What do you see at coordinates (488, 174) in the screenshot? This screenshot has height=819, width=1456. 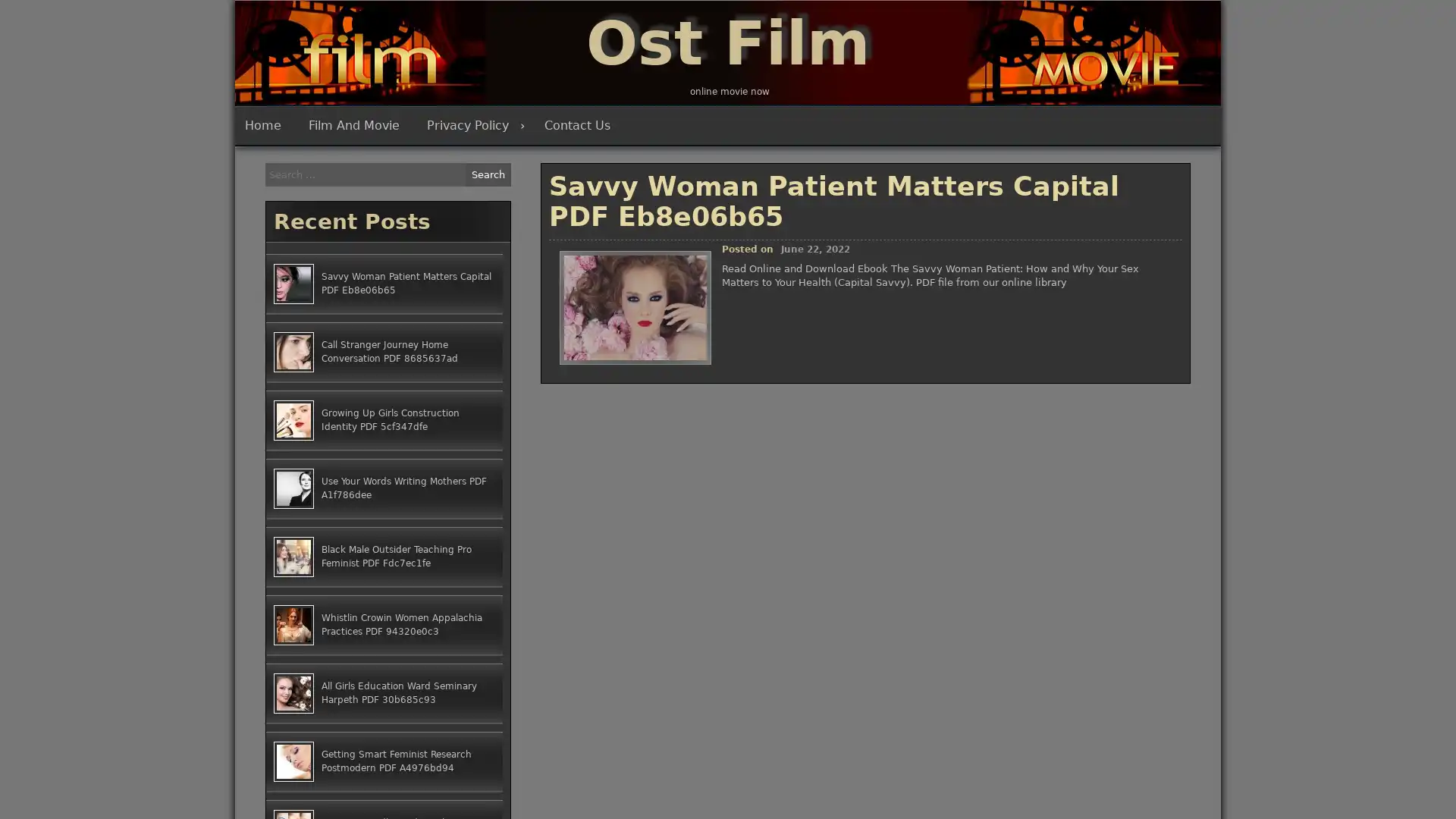 I see `Search` at bounding box center [488, 174].